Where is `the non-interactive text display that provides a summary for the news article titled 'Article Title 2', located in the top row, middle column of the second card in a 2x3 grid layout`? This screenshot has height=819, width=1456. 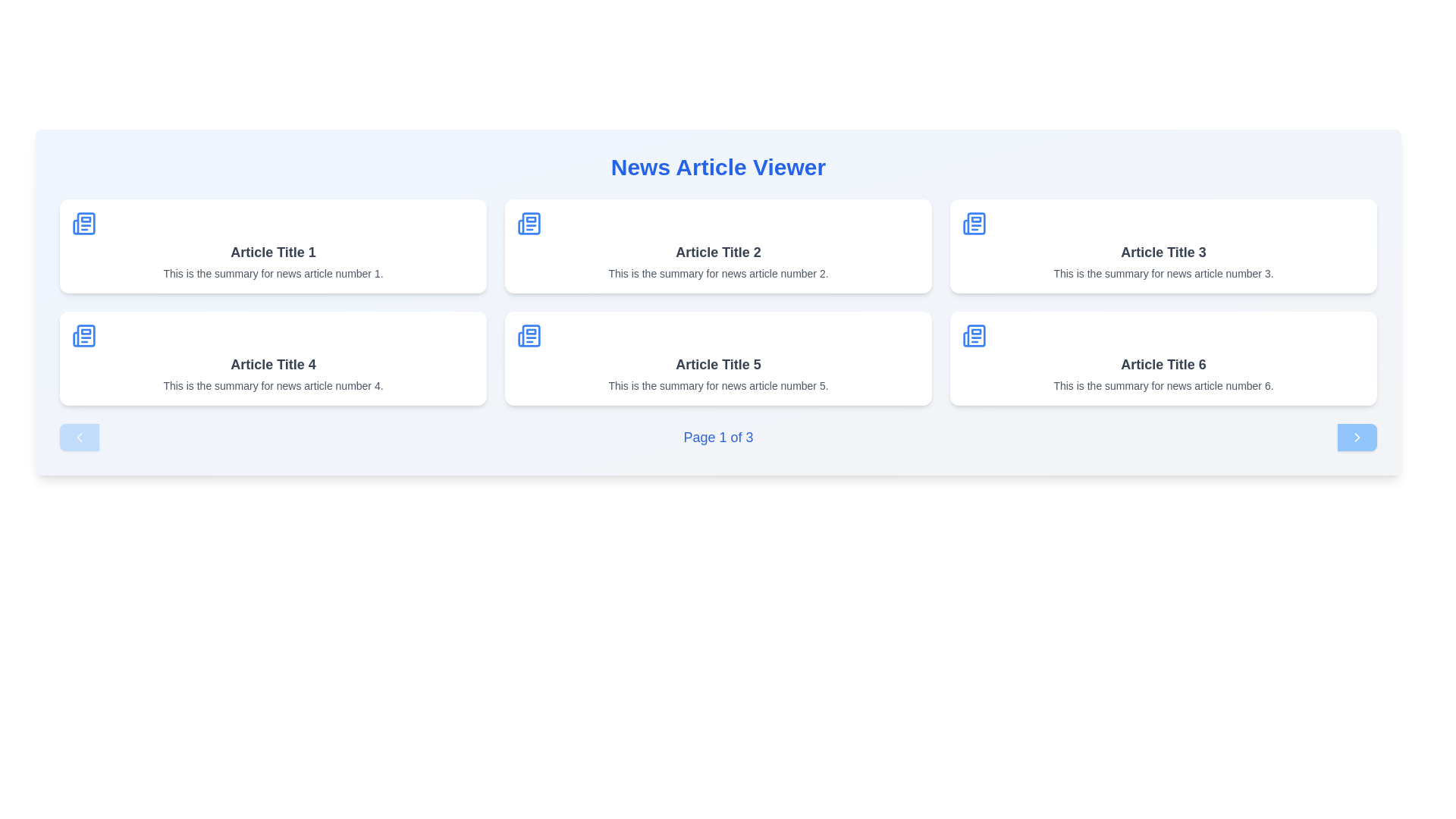 the non-interactive text display that provides a summary for the news article titled 'Article Title 2', located in the top row, middle column of the second card in a 2x3 grid layout is located at coordinates (717, 274).